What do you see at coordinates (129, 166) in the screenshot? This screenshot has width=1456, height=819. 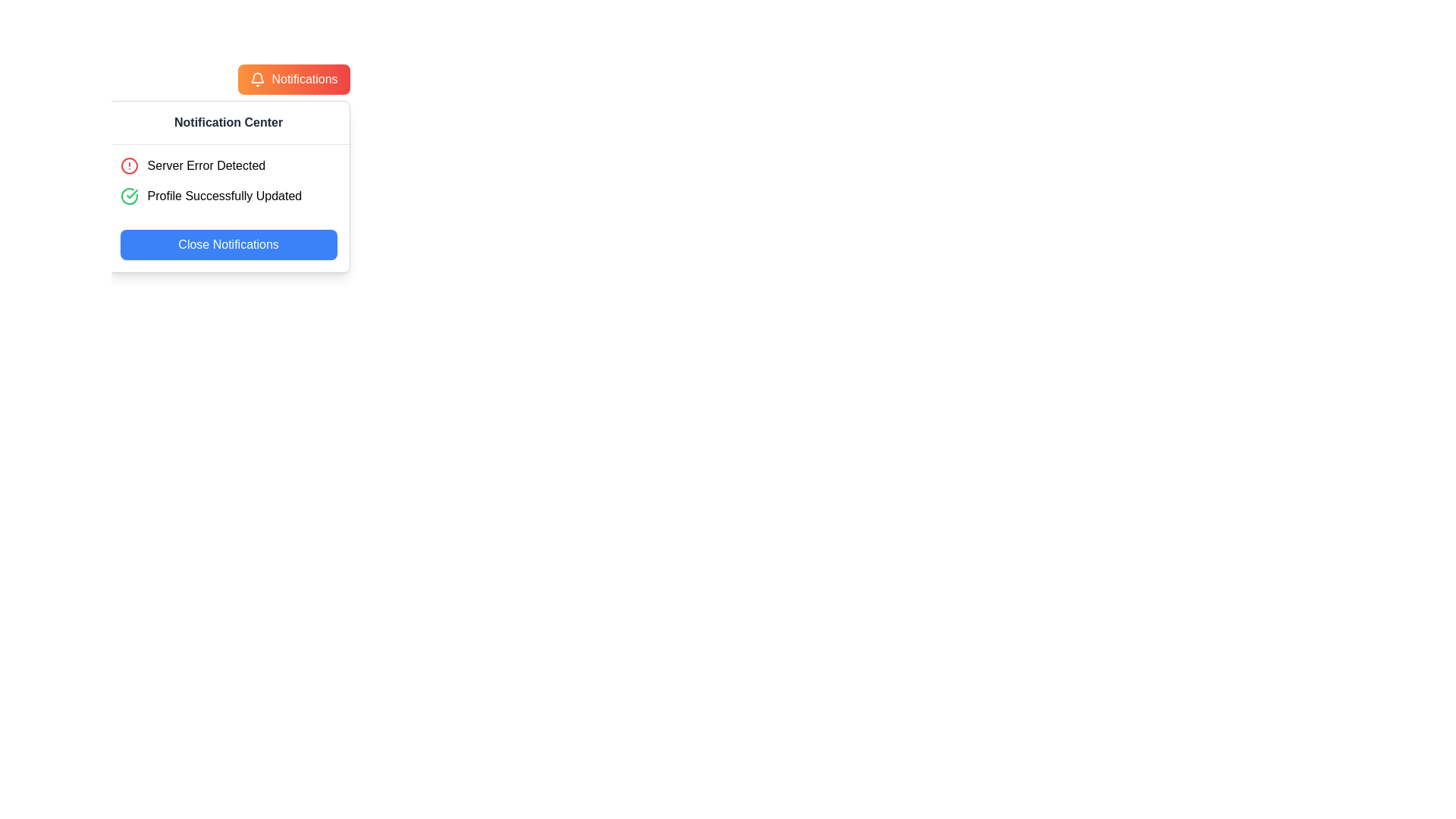 I see `the alert icon representing a 'Server Error Detected' notification` at bounding box center [129, 166].